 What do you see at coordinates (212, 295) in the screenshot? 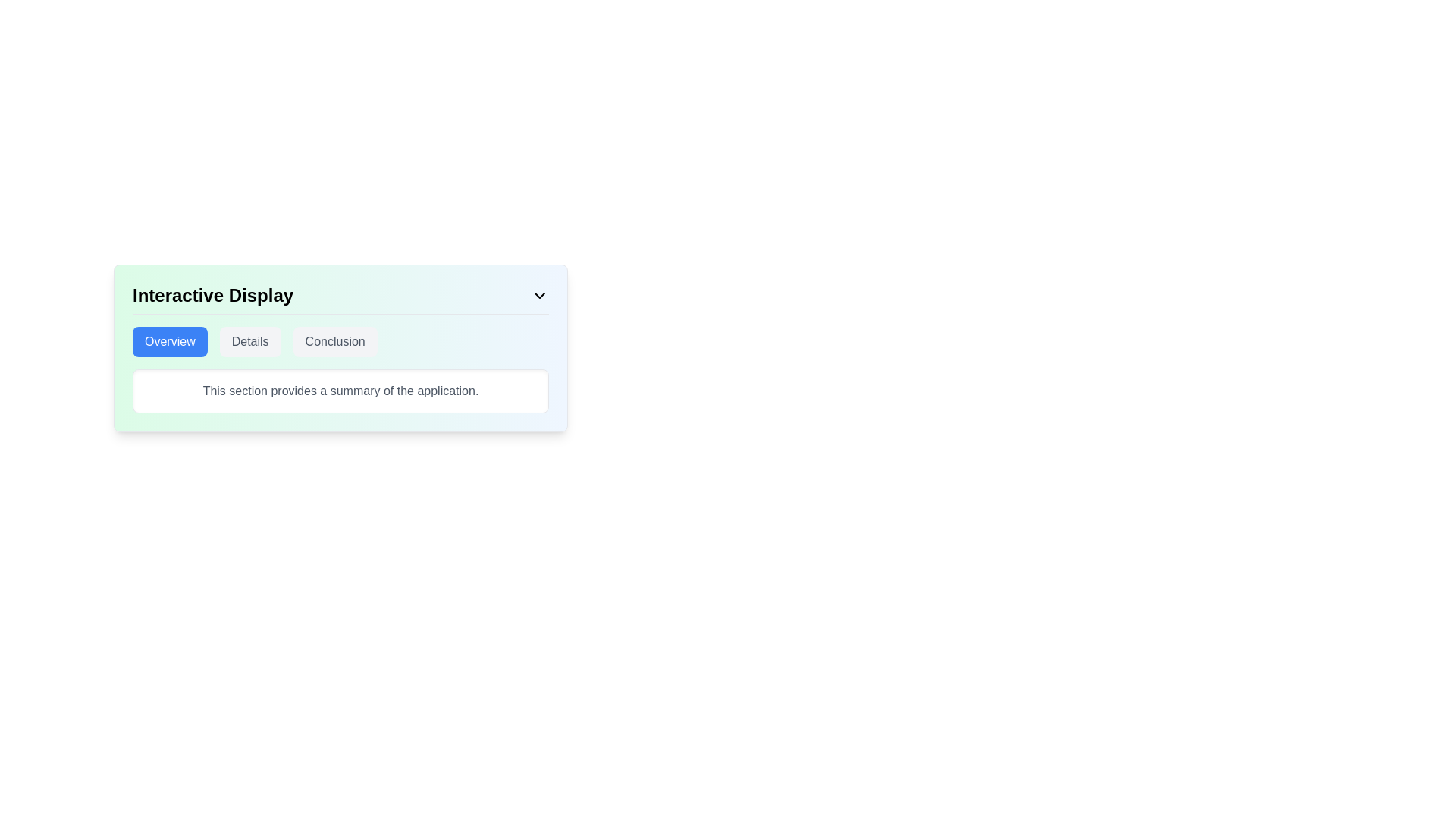
I see `the 'Interactive Display' text label element, which is prominently displayed in large, bold font at the upper corner of a card component, indicating a header and located on a light background` at bounding box center [212, 295].